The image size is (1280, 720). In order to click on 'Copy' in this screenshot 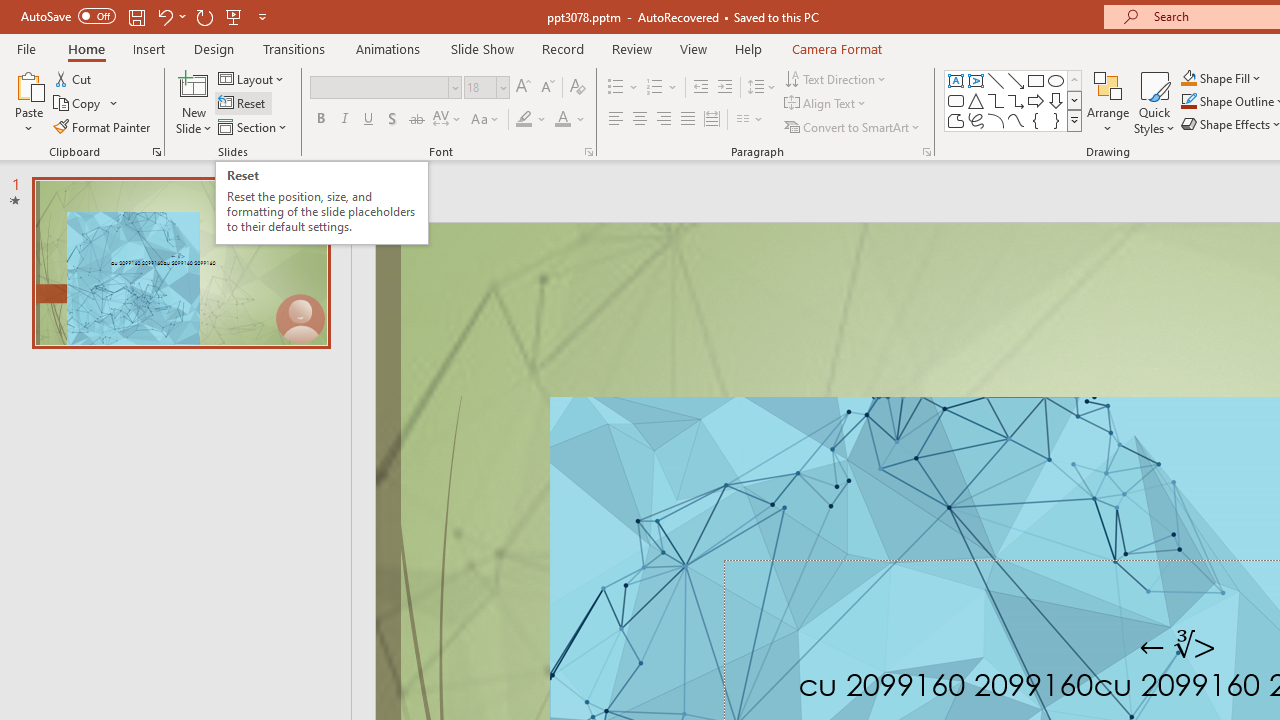, I will do `click(78, 103)`.